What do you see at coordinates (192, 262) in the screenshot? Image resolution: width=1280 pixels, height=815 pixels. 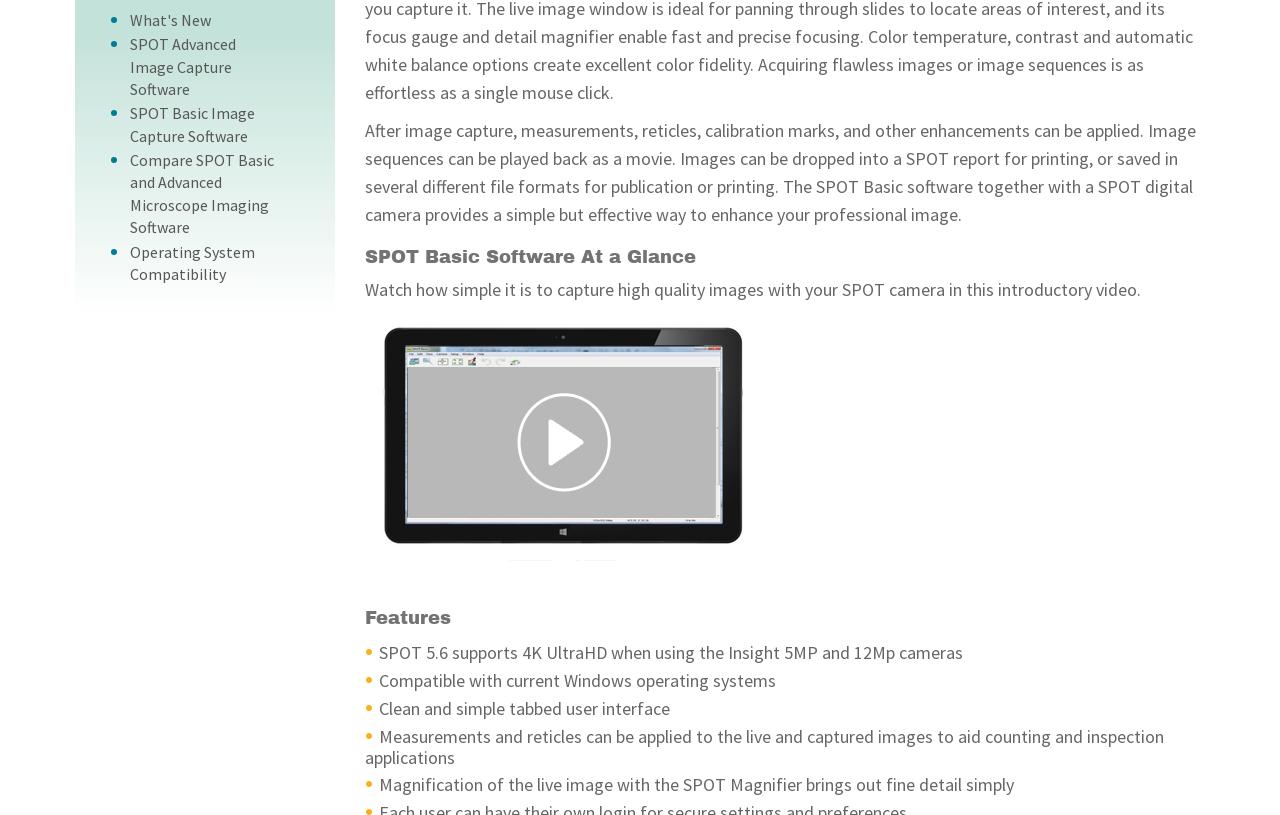 I see `'Operating System Compatibility'` at bounding box center [192, 262].